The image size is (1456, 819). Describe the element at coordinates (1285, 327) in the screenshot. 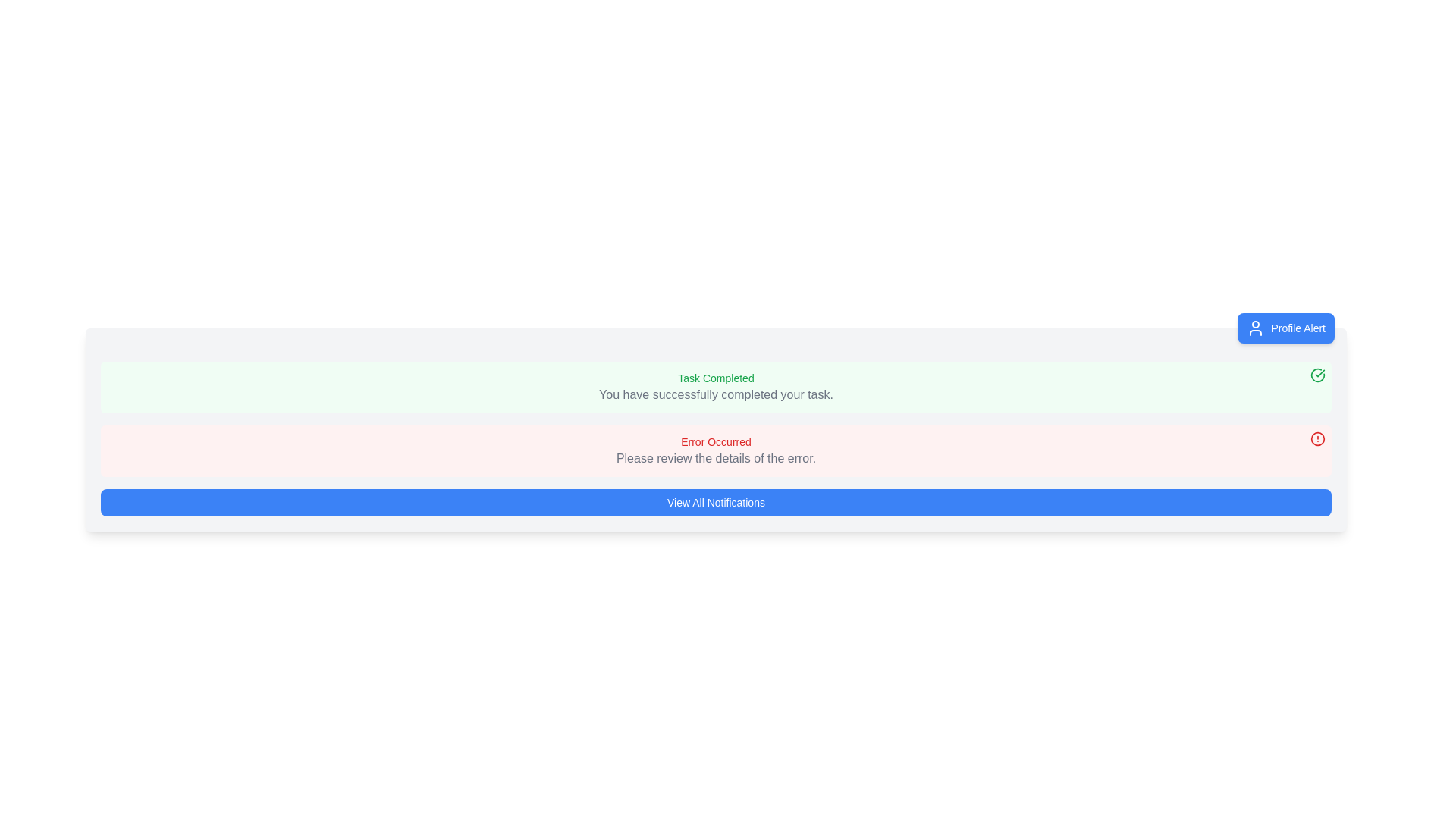

I see `the notification badge styled as a button, which has a blue background, white rounded corners, and contains the text 'Profile Alert' and a user icon` at that location.